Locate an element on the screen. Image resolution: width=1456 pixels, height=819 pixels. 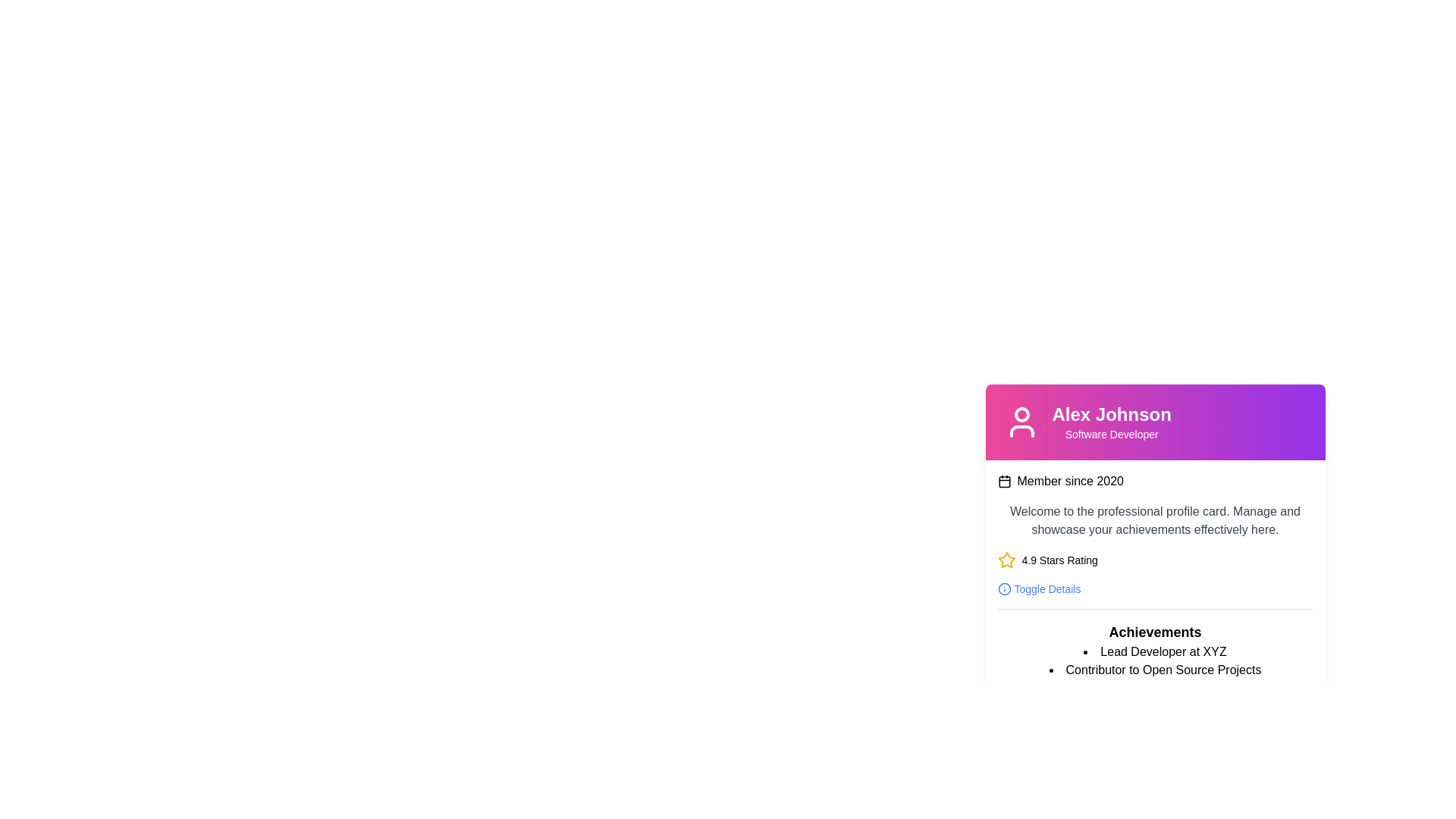
the text display header that prominently presents the user's name within the profile card, located centrally above the smaller text 'Software Developer' is located at coordinates (1112, 415).